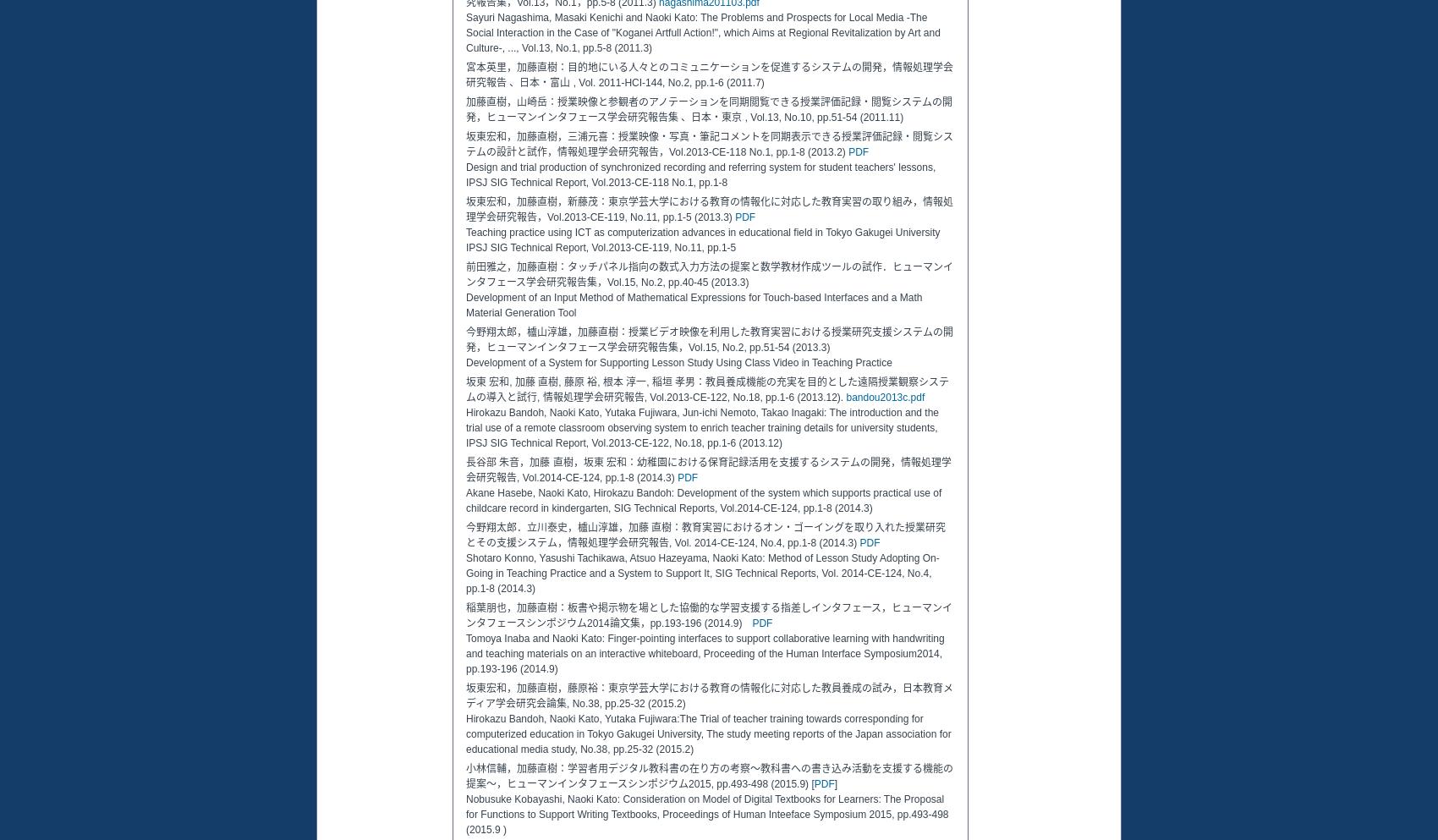  What do you see at coordinates (701, 574) in the screenshot?
I see `'Shotaro Konno, Yasushi Tachikawa, Atsuo Hazeyama, Naoki Kato: Method of Lesson Study Adopting On-Going in Teaching Practice and a System to Support It, SIG Technical Reports, Vol. 2014-CE-124, No.4, pp.1-8 (2014.3)'` at bounding box center [701, 574].